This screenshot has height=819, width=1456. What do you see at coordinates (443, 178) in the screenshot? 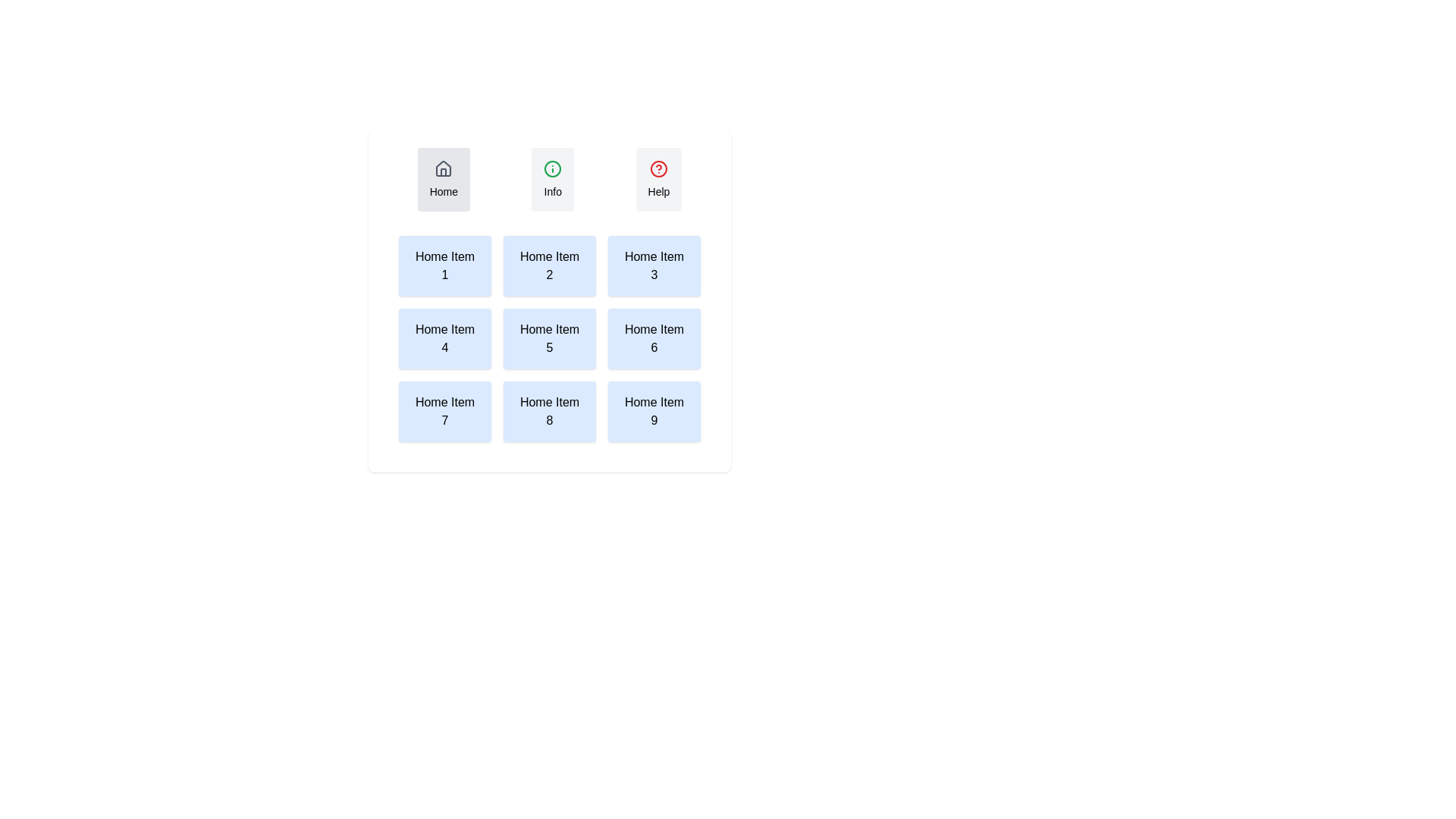
I see `the Home tab by clicking on its button` at bounding box center [443, 178].